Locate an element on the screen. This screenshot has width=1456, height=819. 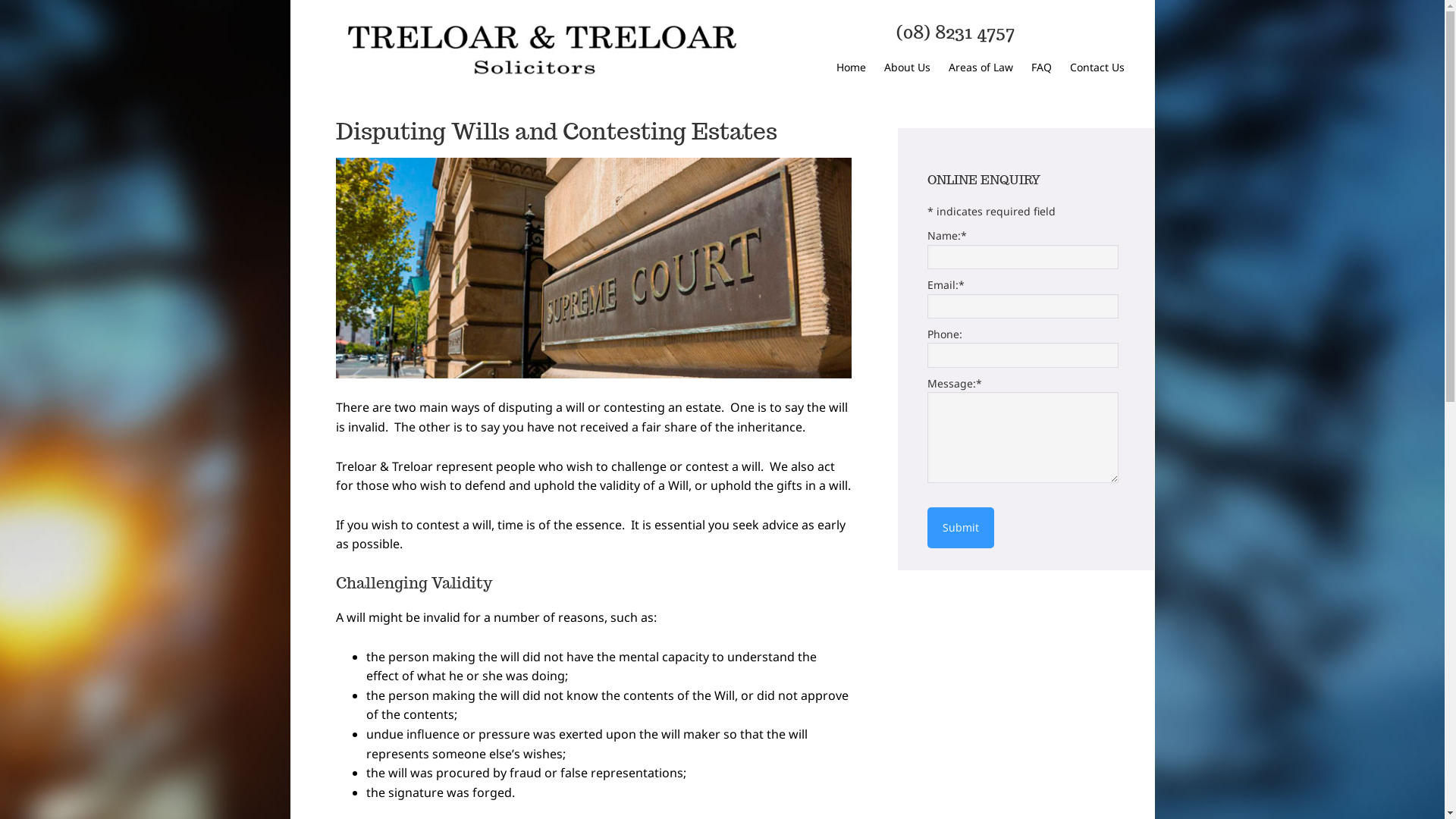
'Home' is located at coordinates (850, 68).